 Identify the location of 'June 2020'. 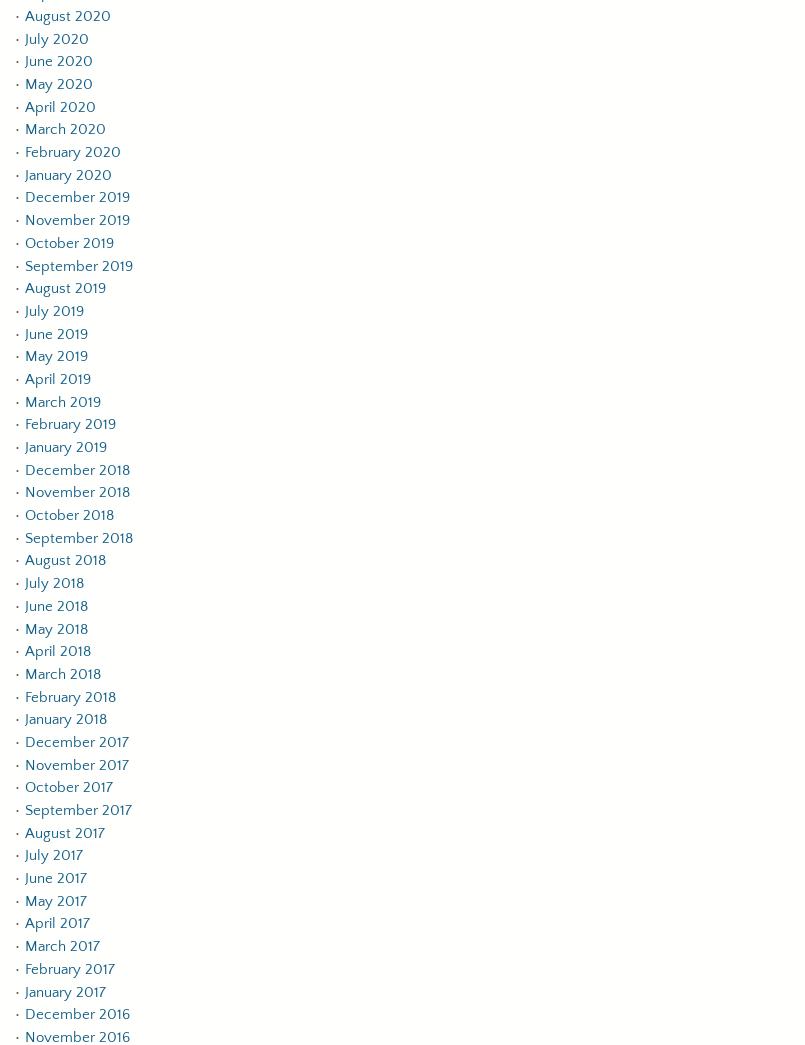
(58, 61).